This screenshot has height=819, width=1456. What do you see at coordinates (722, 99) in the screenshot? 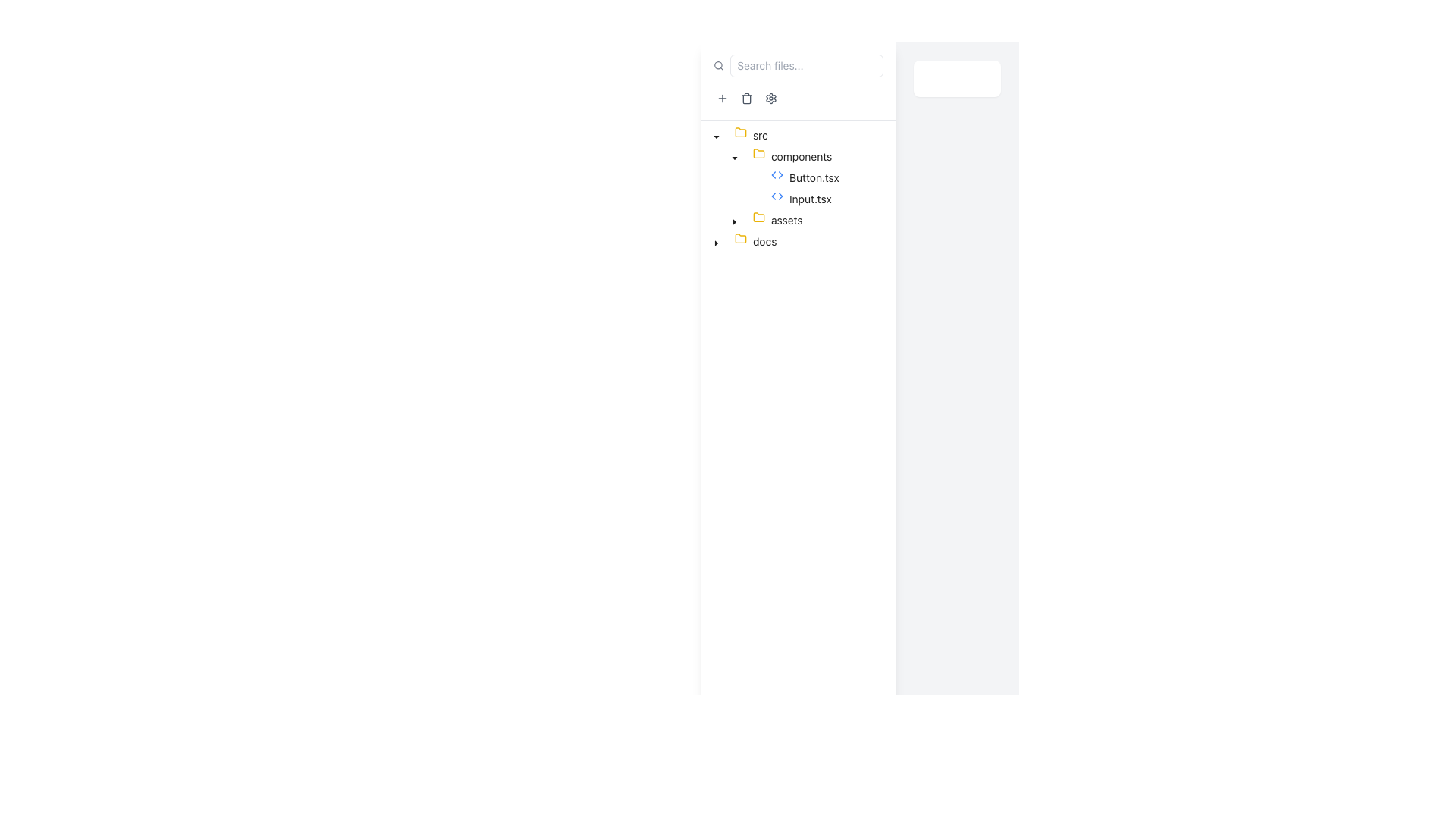
I see `the small circular button with a plus sign icon inside it, located in the top-left section of the interface` at bounding box center [722, 99].